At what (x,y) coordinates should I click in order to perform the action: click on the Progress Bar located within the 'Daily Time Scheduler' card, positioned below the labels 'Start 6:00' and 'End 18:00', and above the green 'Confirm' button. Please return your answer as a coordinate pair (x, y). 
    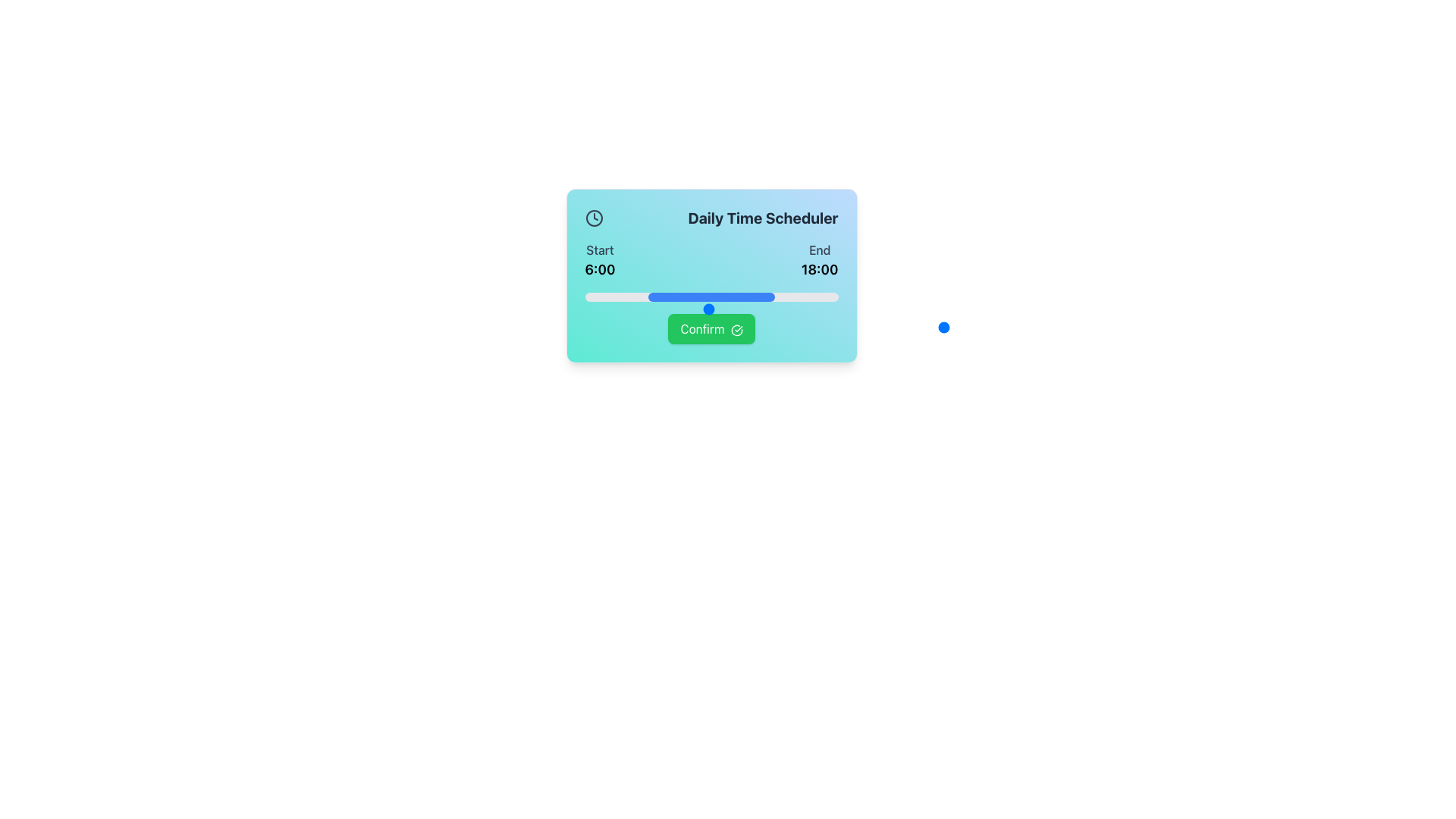
    Looking at the image, I should click on (711, 297).